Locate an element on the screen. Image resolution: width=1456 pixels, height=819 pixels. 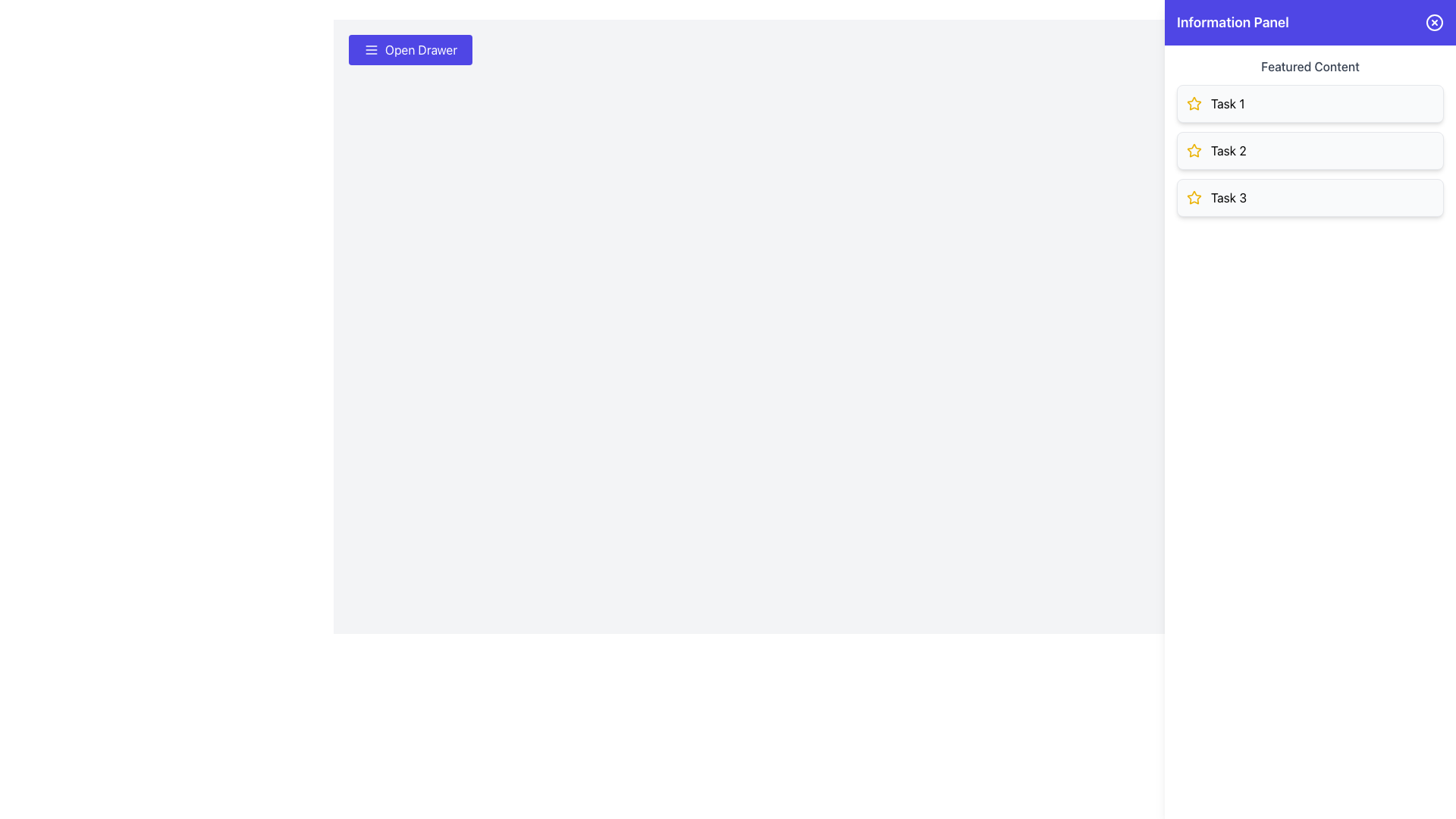
the star icon located in the 'Information Panel' next to 'Task 1' in the 'Featured Content' section is located at coordinates (1193, 150).